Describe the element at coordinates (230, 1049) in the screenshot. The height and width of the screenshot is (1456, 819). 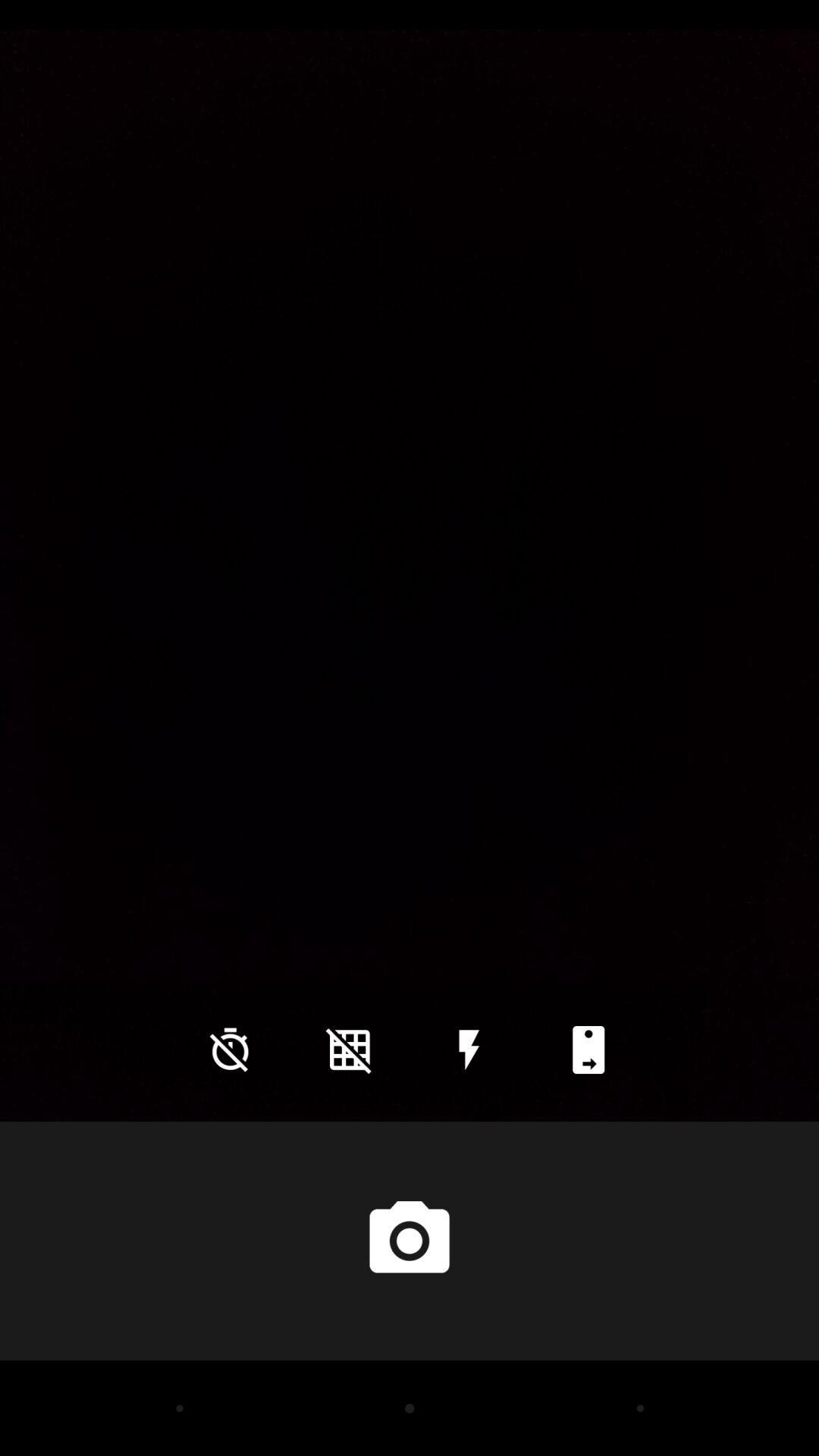
I see `the time icon` at that location.